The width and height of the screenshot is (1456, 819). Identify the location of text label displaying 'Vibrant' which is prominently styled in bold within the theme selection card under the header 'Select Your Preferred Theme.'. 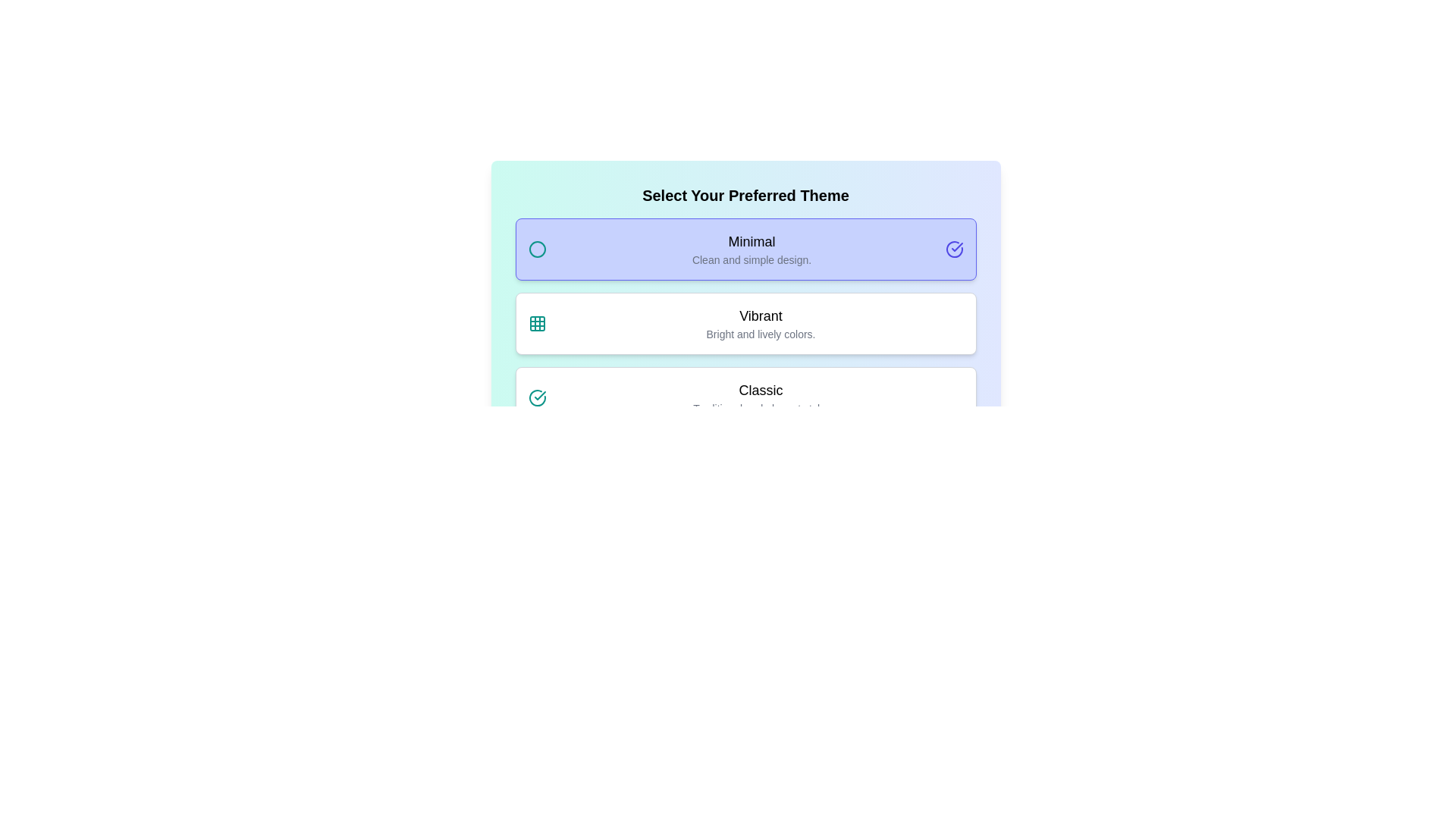
(761, 315).